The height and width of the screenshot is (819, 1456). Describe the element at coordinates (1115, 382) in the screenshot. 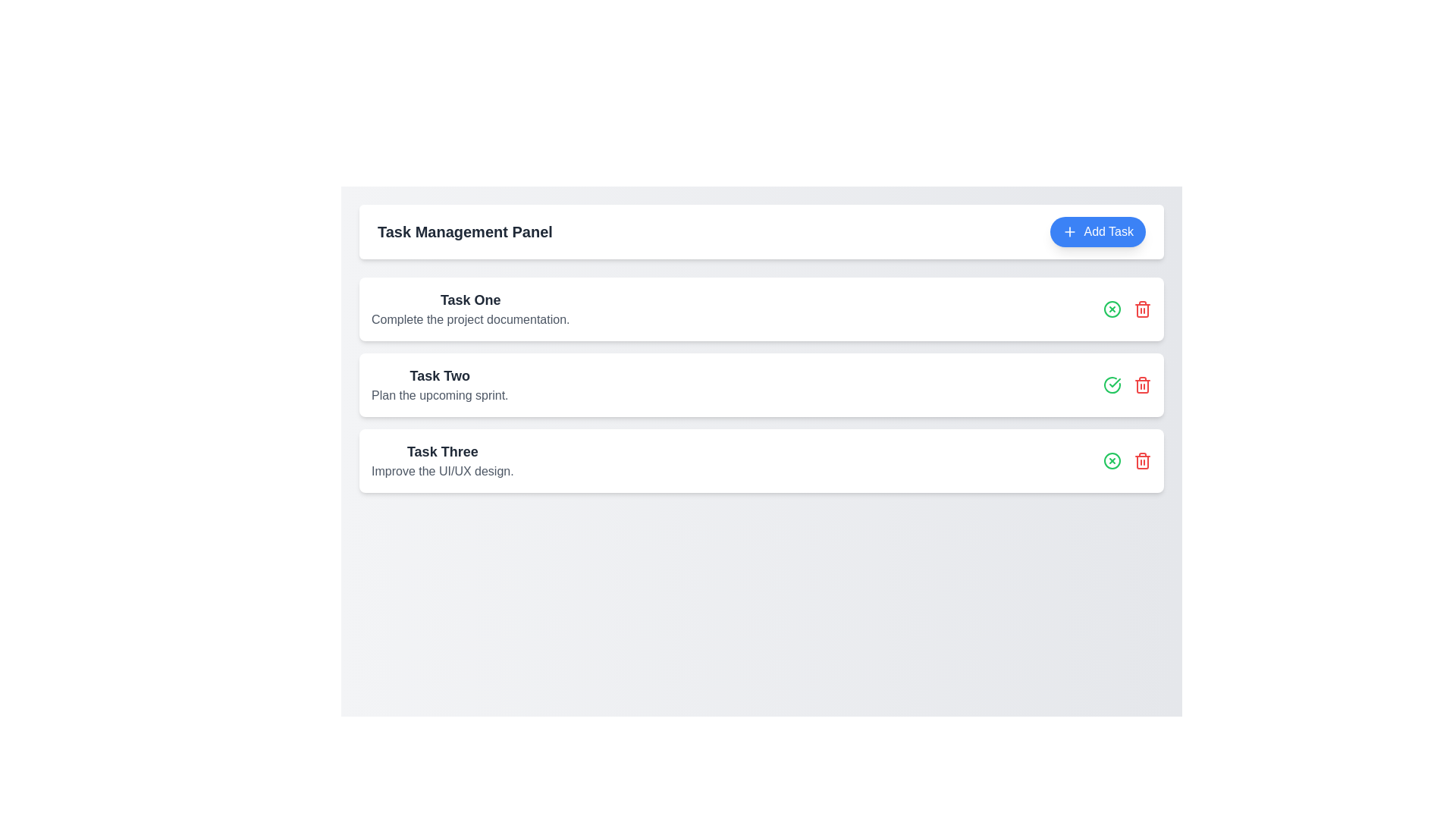

I see `the green checkmark icon with rounded edges located in the third task row to mark the task as complete` at that location.